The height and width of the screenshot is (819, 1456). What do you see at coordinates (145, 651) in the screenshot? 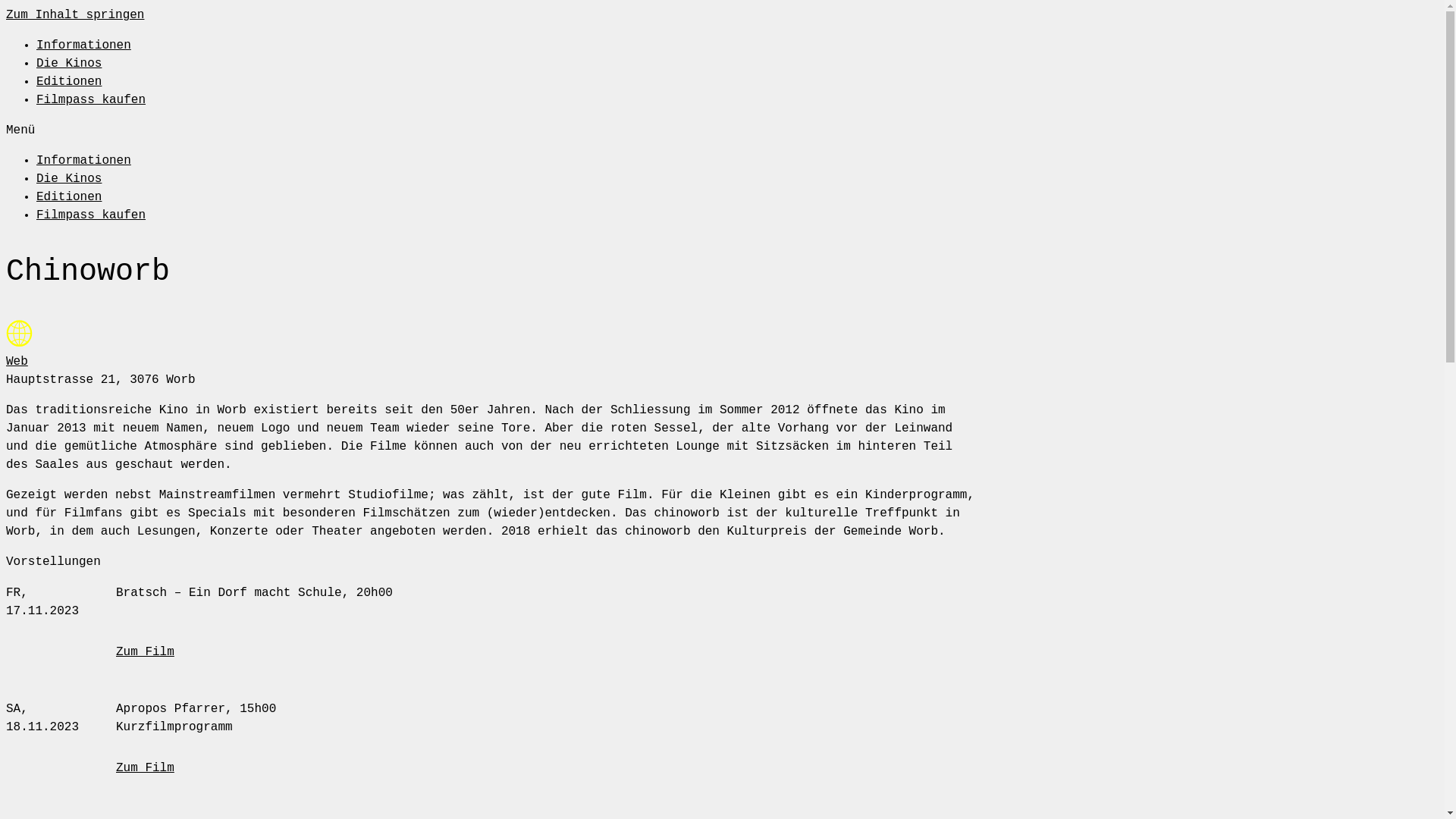
I see `'Zum Film'` at bounding box center [145, 651].